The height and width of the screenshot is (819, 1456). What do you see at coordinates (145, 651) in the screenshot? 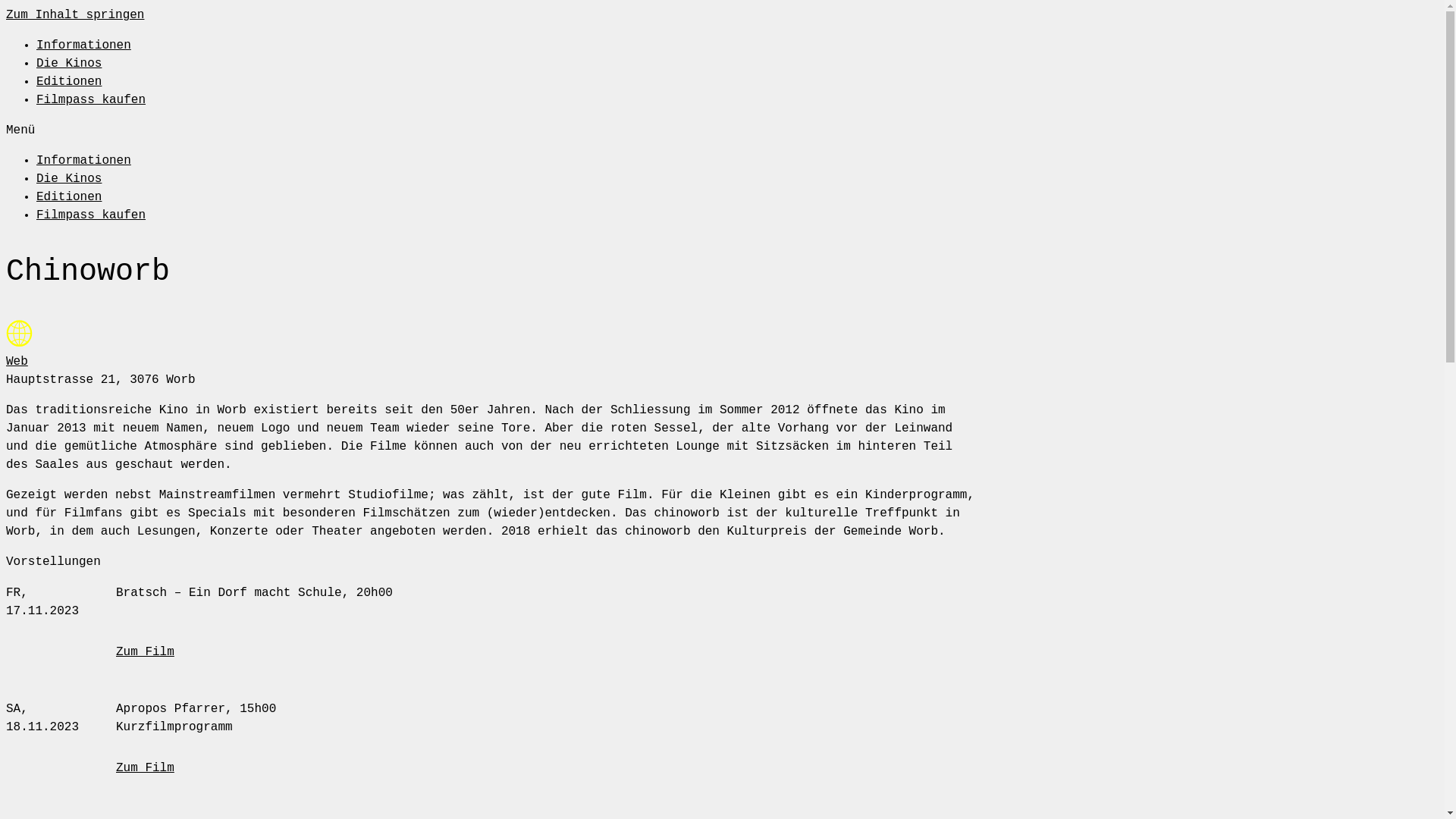
I see `'Zum Film'` at bounding box center [145, 651].